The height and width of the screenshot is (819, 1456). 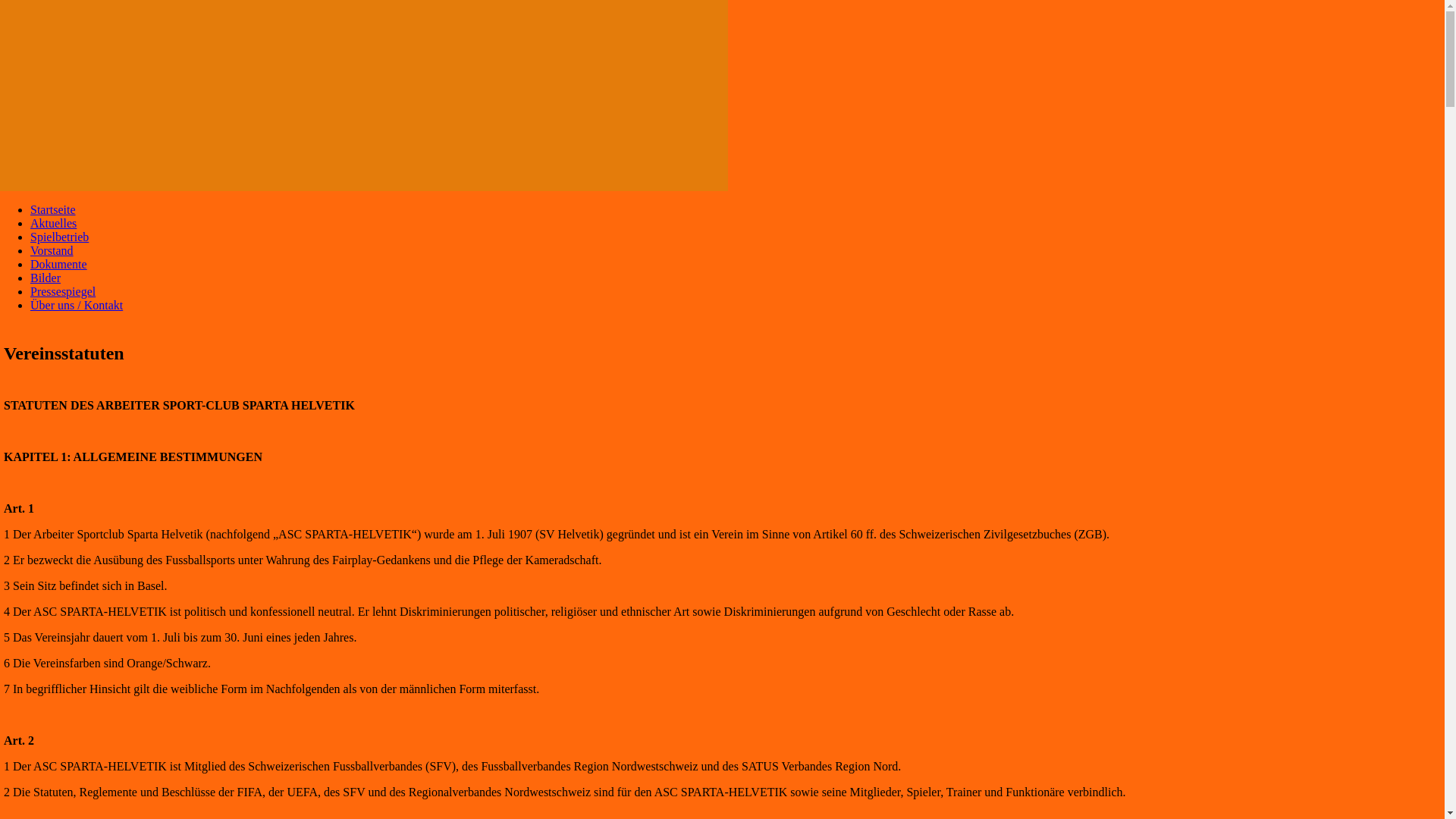 What do you see at coordinates (52, 249) in the screenshot?
I see `'Vorstand'` at bounding box center [52, 249].